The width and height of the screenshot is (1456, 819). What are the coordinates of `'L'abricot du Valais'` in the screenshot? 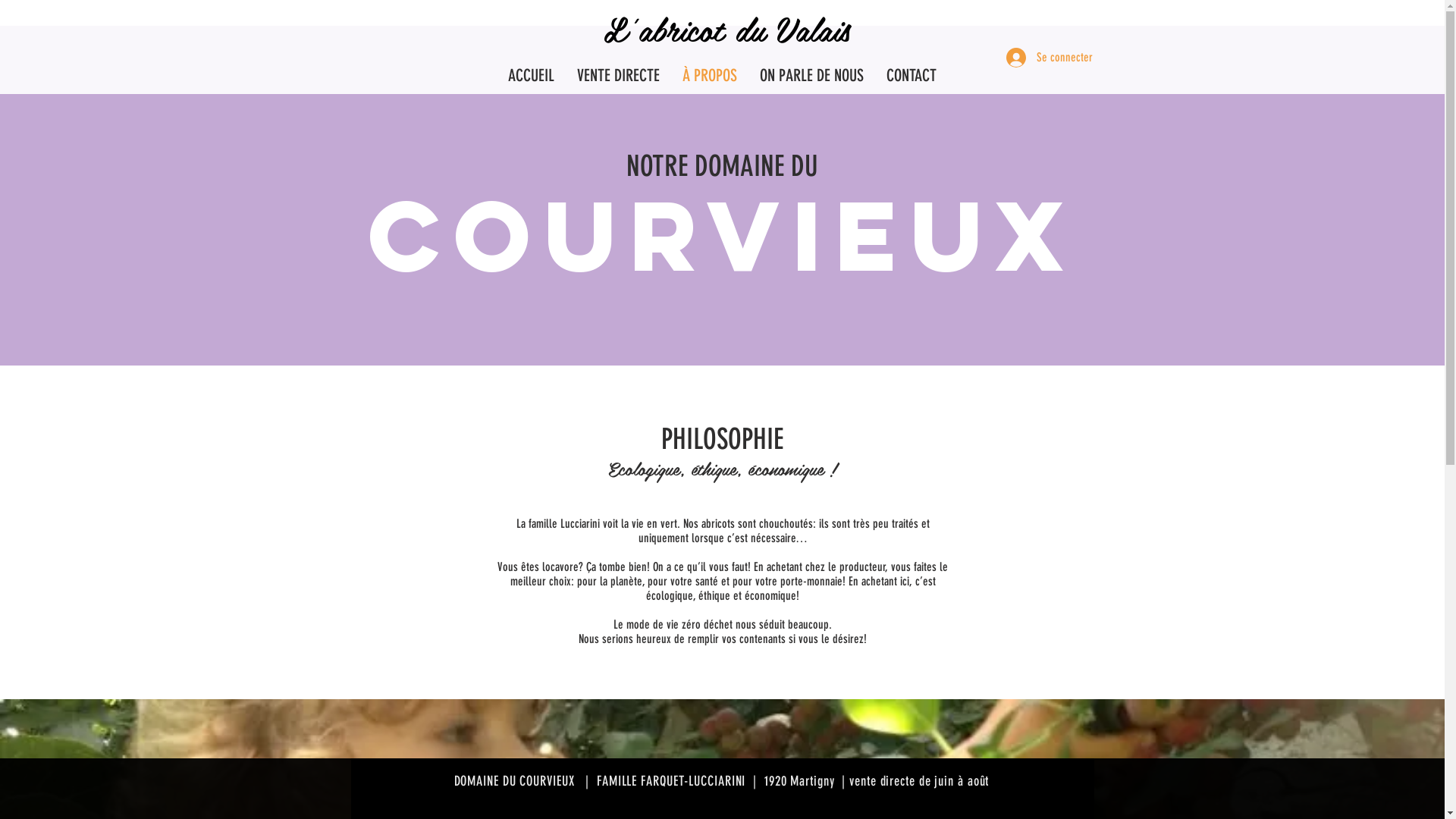 It's located at (726, 28).